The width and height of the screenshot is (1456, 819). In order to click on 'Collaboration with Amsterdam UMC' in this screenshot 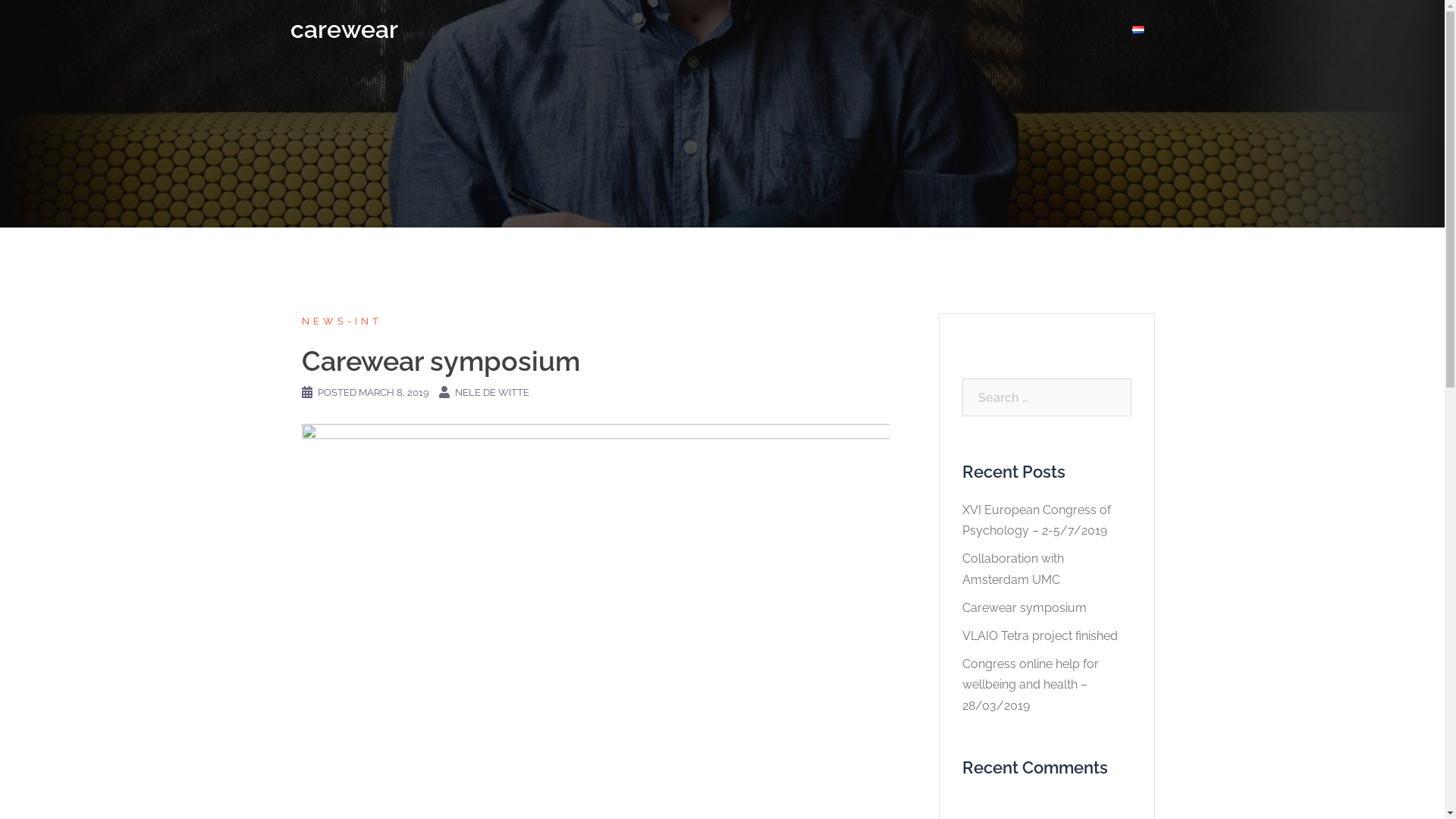, I will do `click(1012, 568)`.